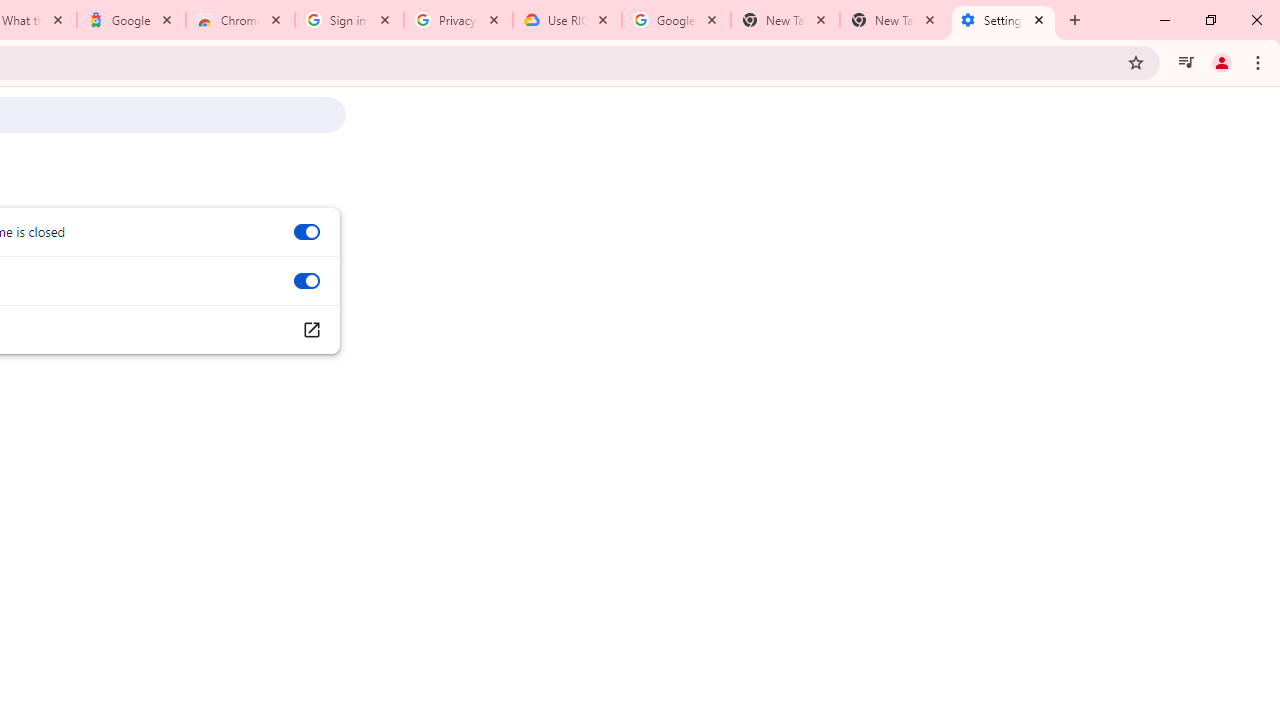  What do you see at coordinates (310, 329) in the screenshot?
I see `'Open your computer'` at bounding box center [310, 329].